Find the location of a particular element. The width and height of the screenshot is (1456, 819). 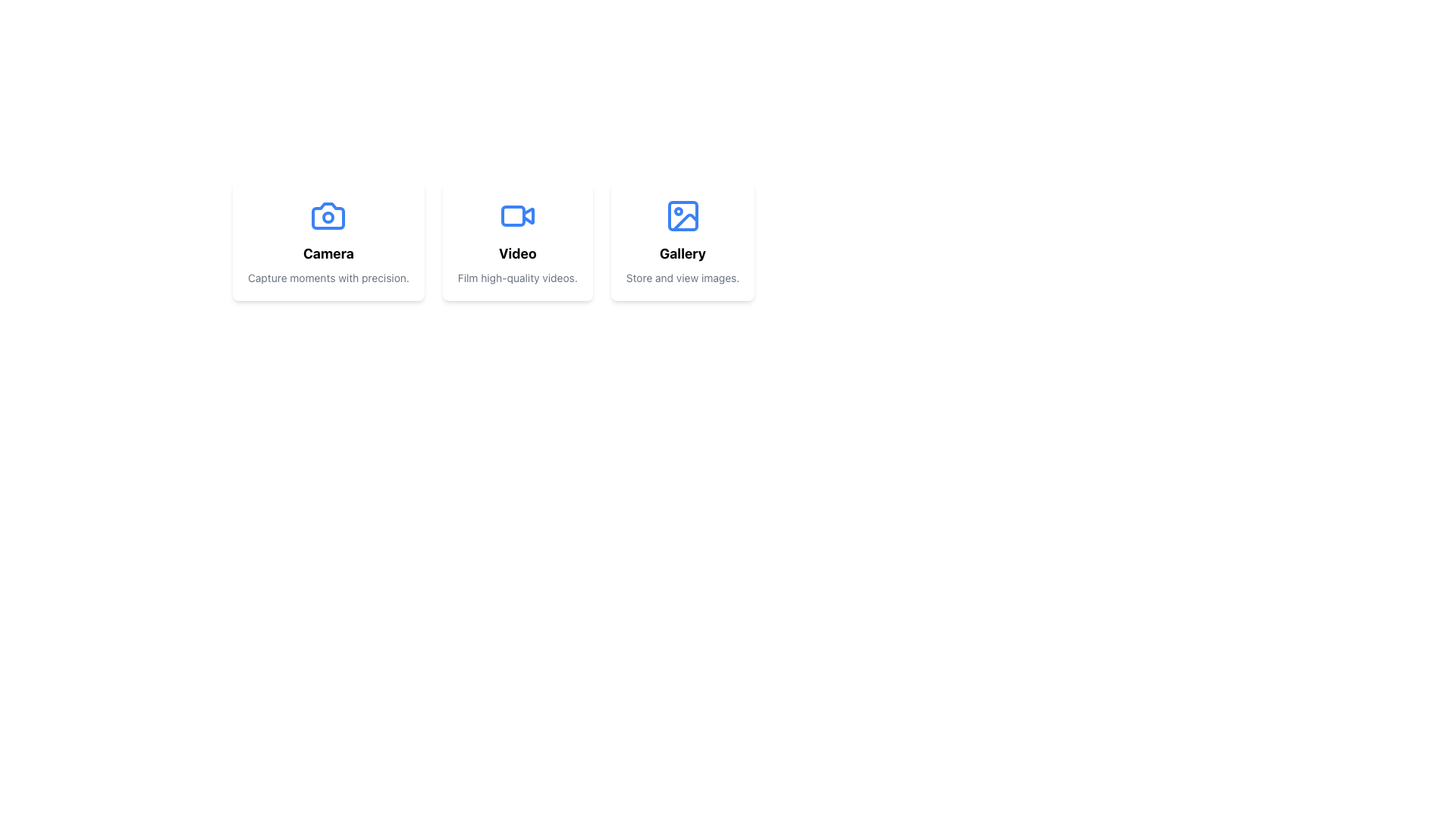

the 'Gallery' icon is located at coordinates (682, 216).